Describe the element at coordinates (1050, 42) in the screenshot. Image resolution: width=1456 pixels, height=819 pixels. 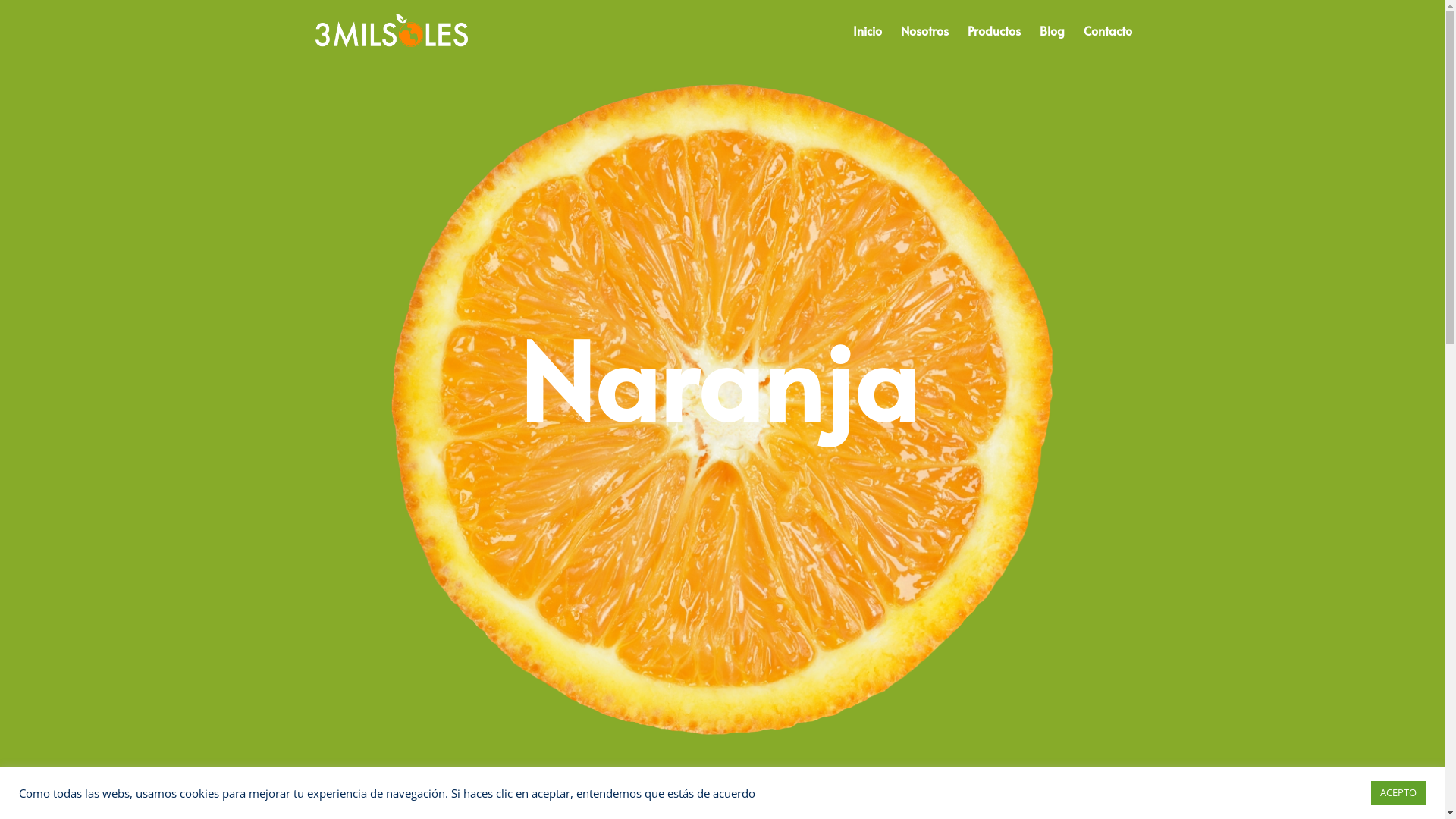
I see `'Blog'` at that location.